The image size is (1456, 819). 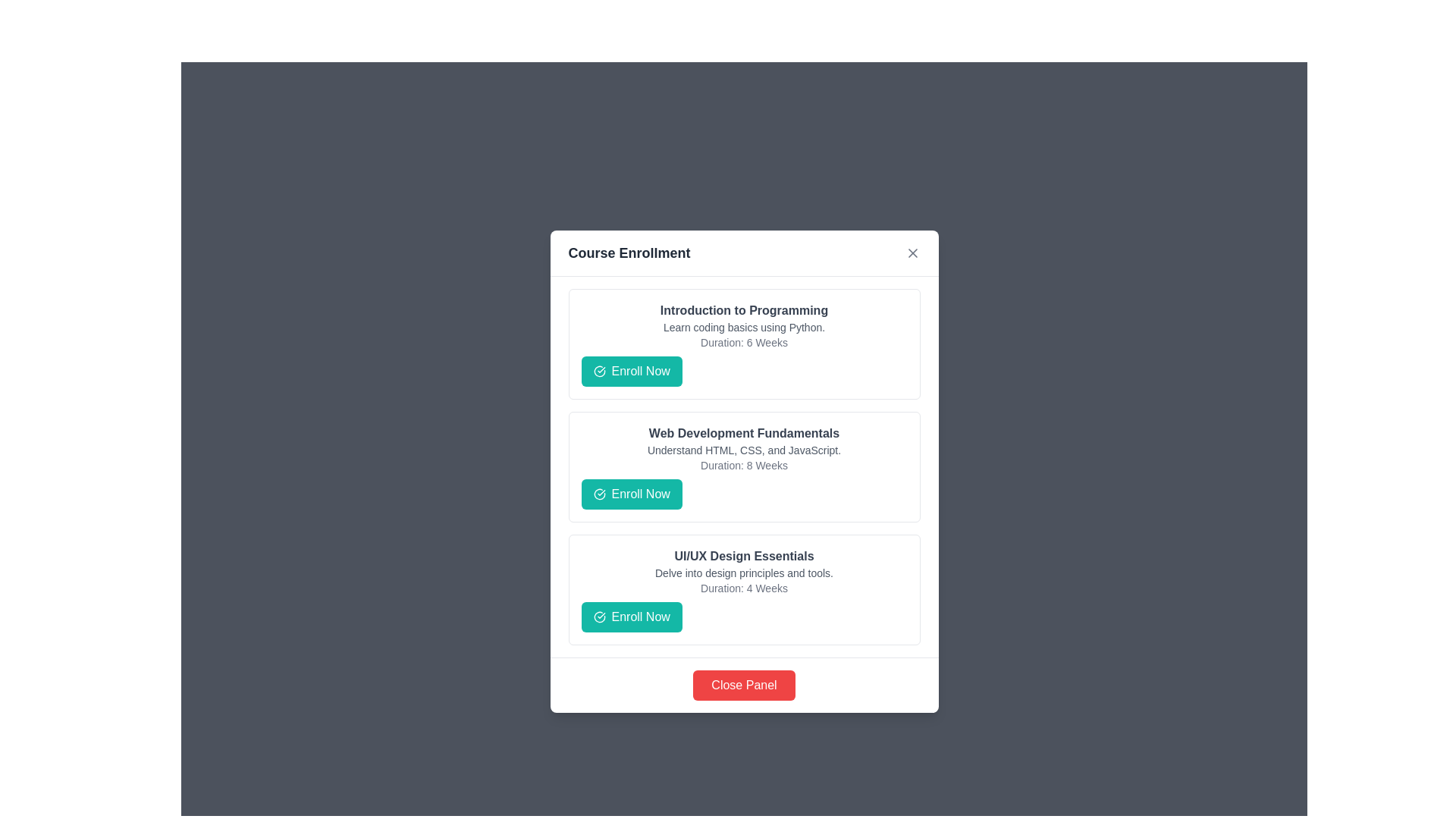 What do you see at coordinates (912, 253) in the screenshot?
I see `the 'X' shaped icon with thin lines located in the top-right corner of the 'Course Enrollment' dialog box` at bounding box center [912, 253].